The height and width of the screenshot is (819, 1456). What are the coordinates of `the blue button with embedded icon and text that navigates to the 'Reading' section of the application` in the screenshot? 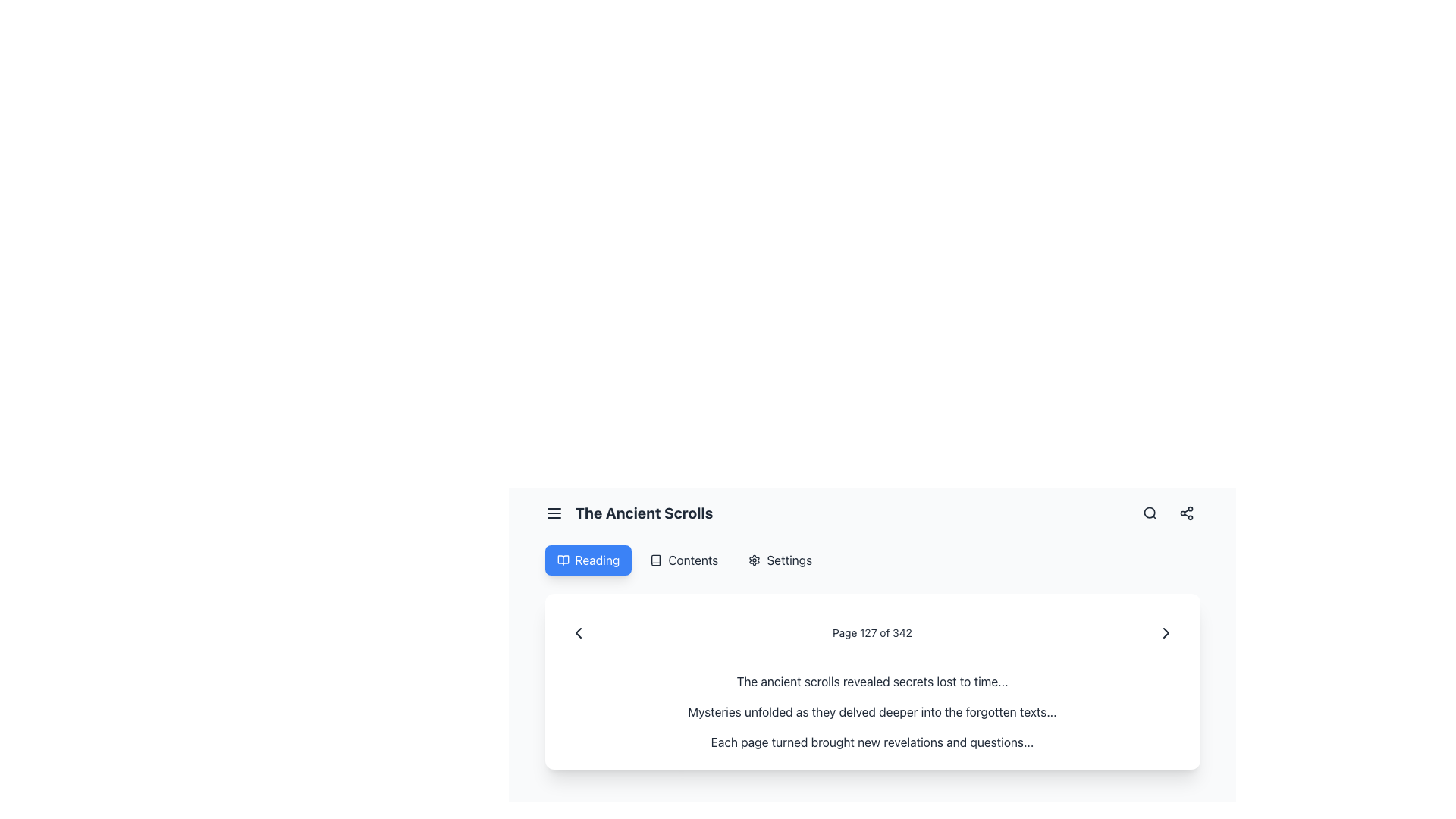 It's located at (587, 560).